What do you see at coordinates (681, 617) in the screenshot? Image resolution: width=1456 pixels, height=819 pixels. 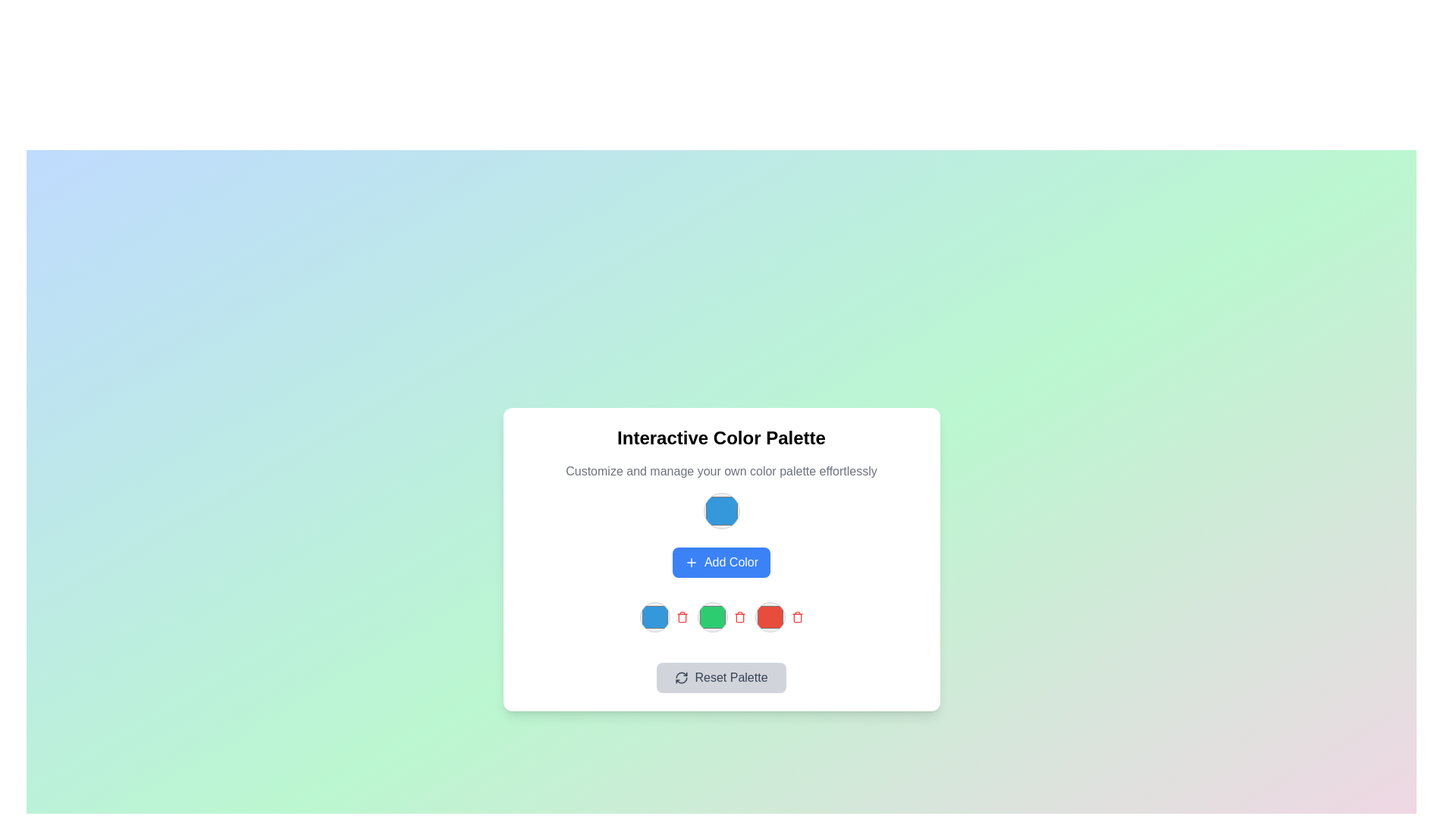 I see `the delete icon button, which is the last element on the right in the row of trash bin icons below the 'Add Color' button` at bounding box center [681, 617].